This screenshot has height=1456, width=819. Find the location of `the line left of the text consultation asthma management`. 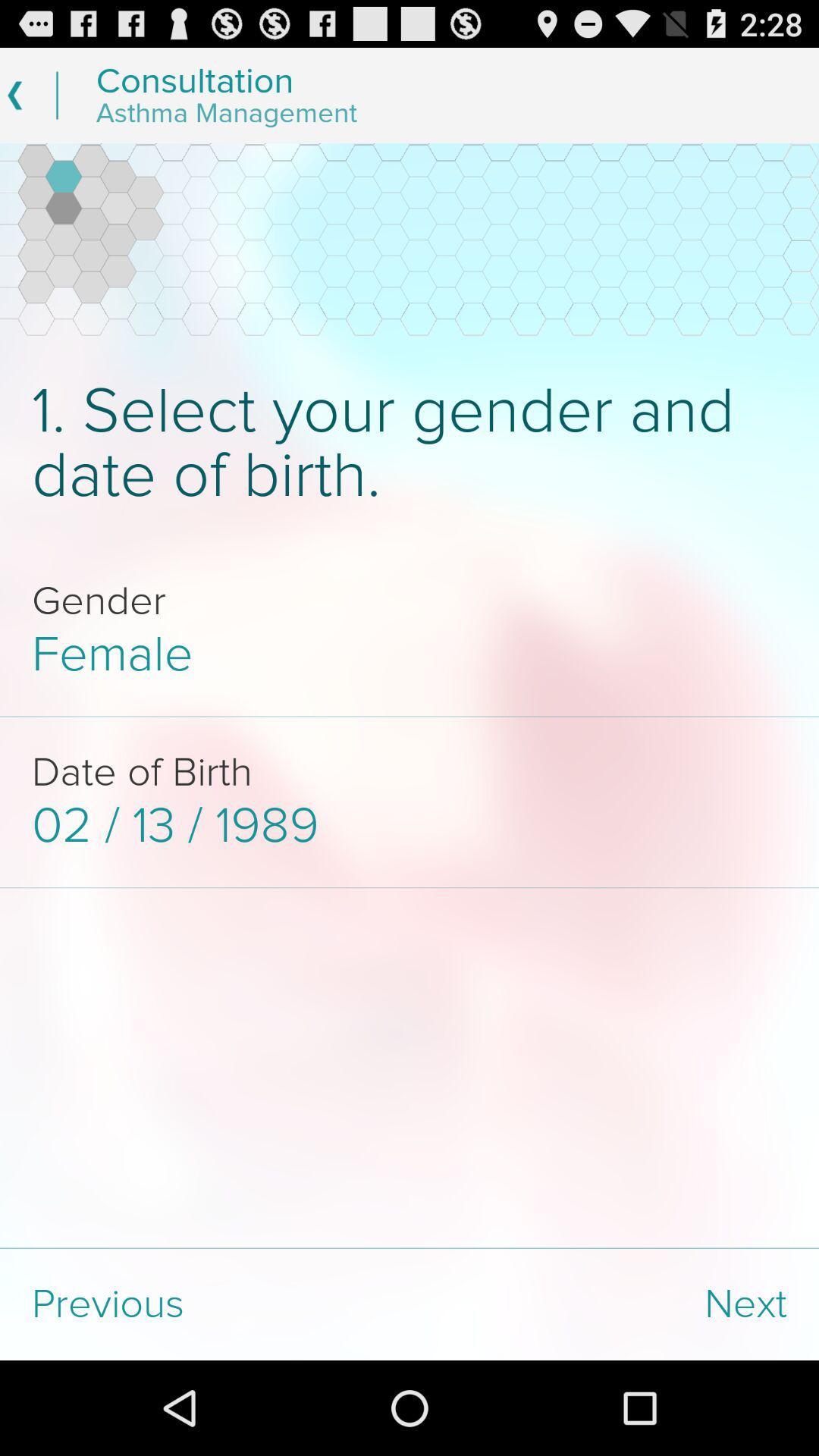

the line left of the text consultation asthma management is located at coordinates (55, 94).